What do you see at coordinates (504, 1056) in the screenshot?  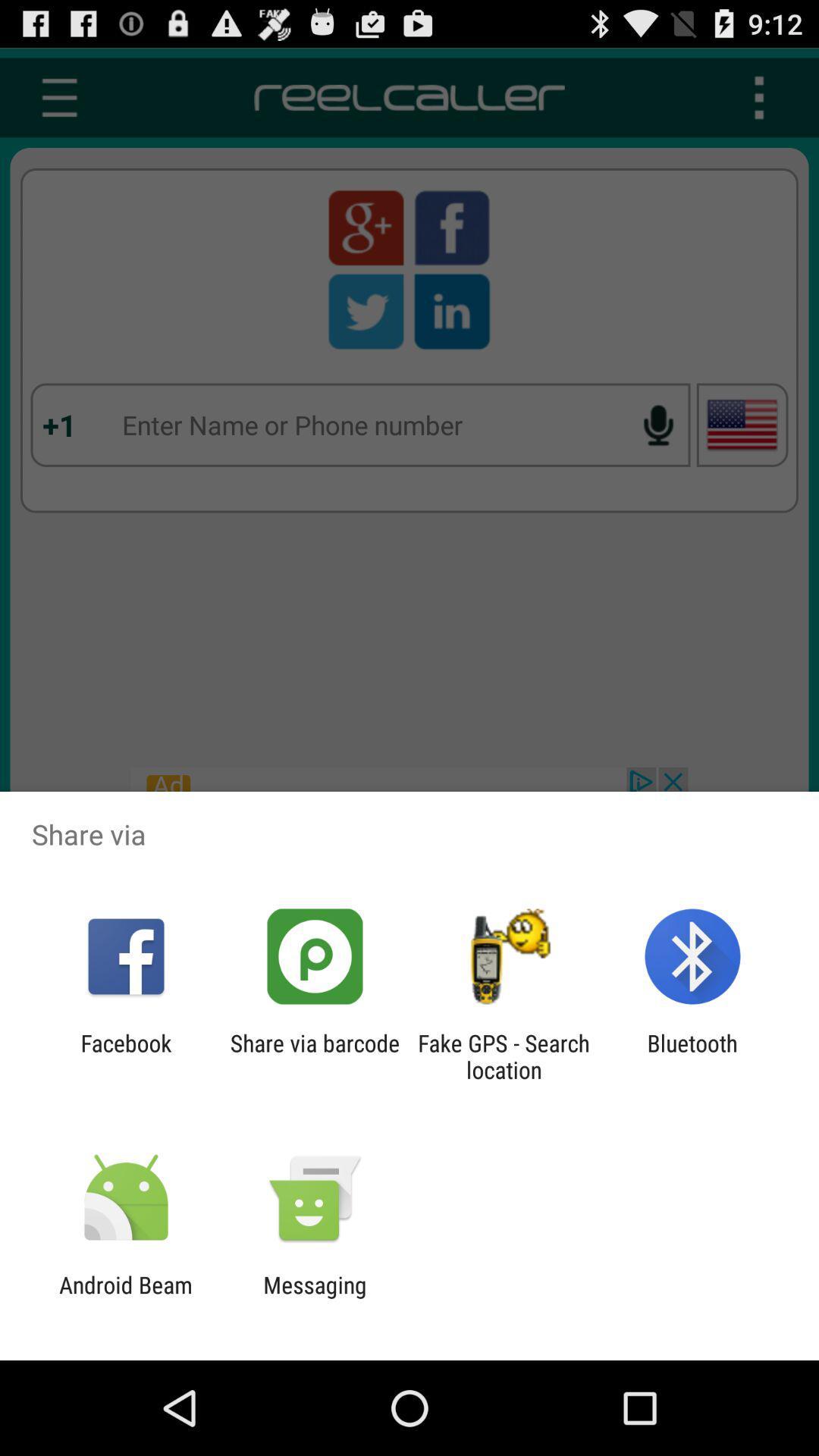 I see `icon next to the share via barcode` at bounding box center [504, 1056].